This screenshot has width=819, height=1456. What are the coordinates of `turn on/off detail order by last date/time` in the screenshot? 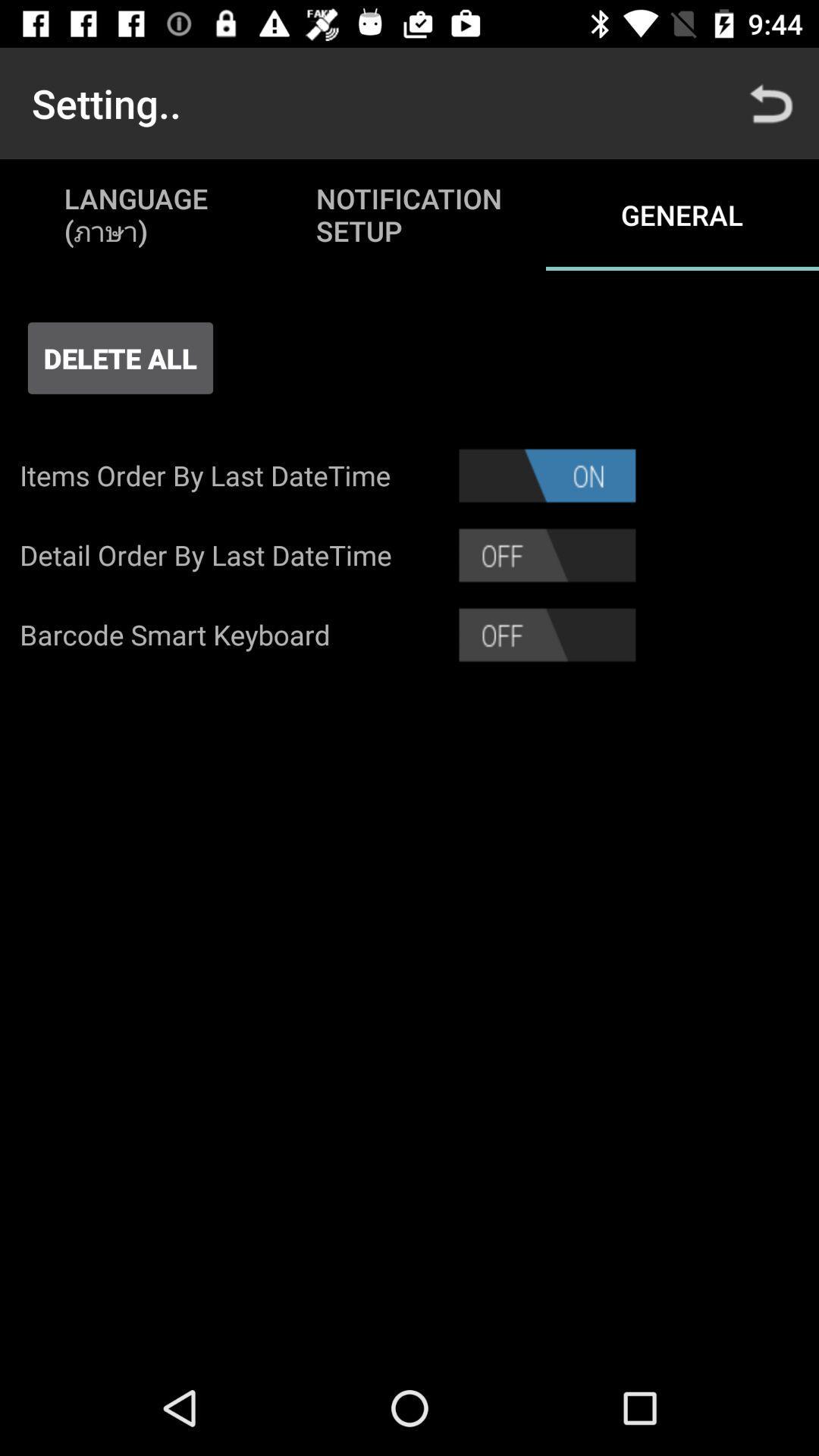 It's located at (547, 554).